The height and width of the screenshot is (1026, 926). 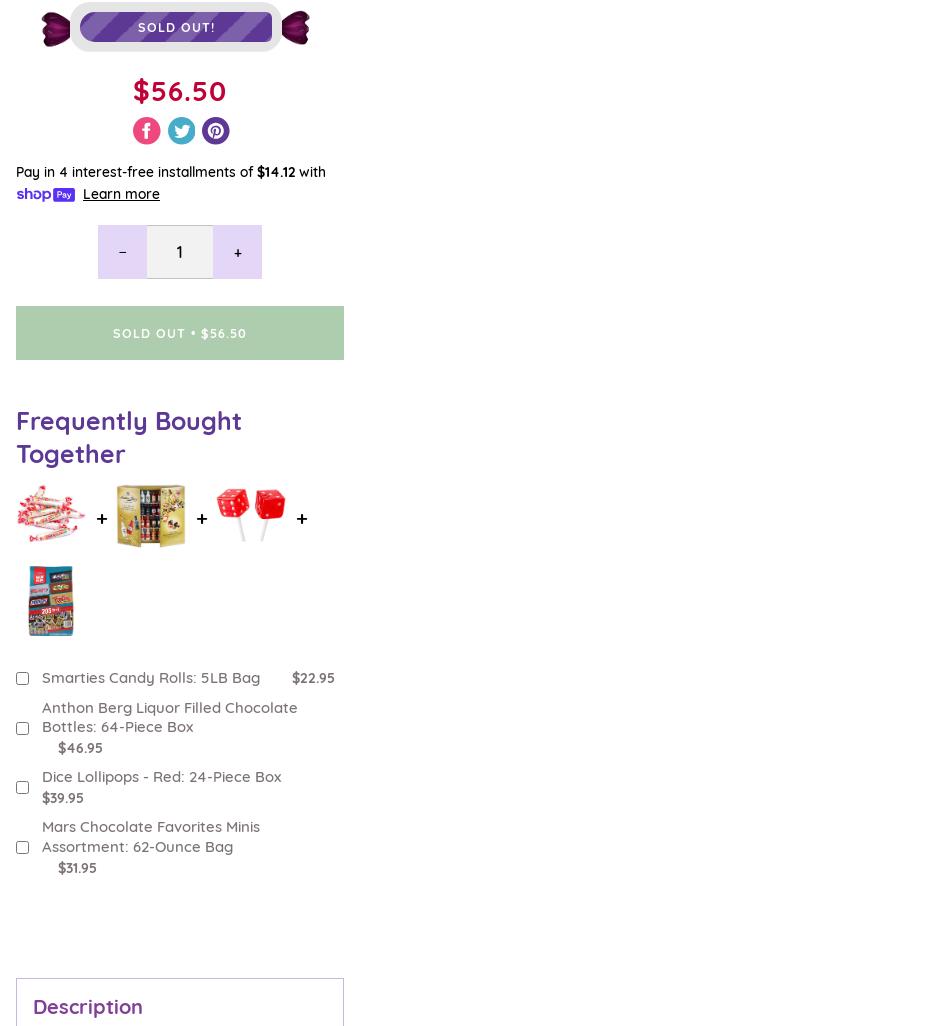 I want to click on 'Site Map', so click(x=15, y=881).